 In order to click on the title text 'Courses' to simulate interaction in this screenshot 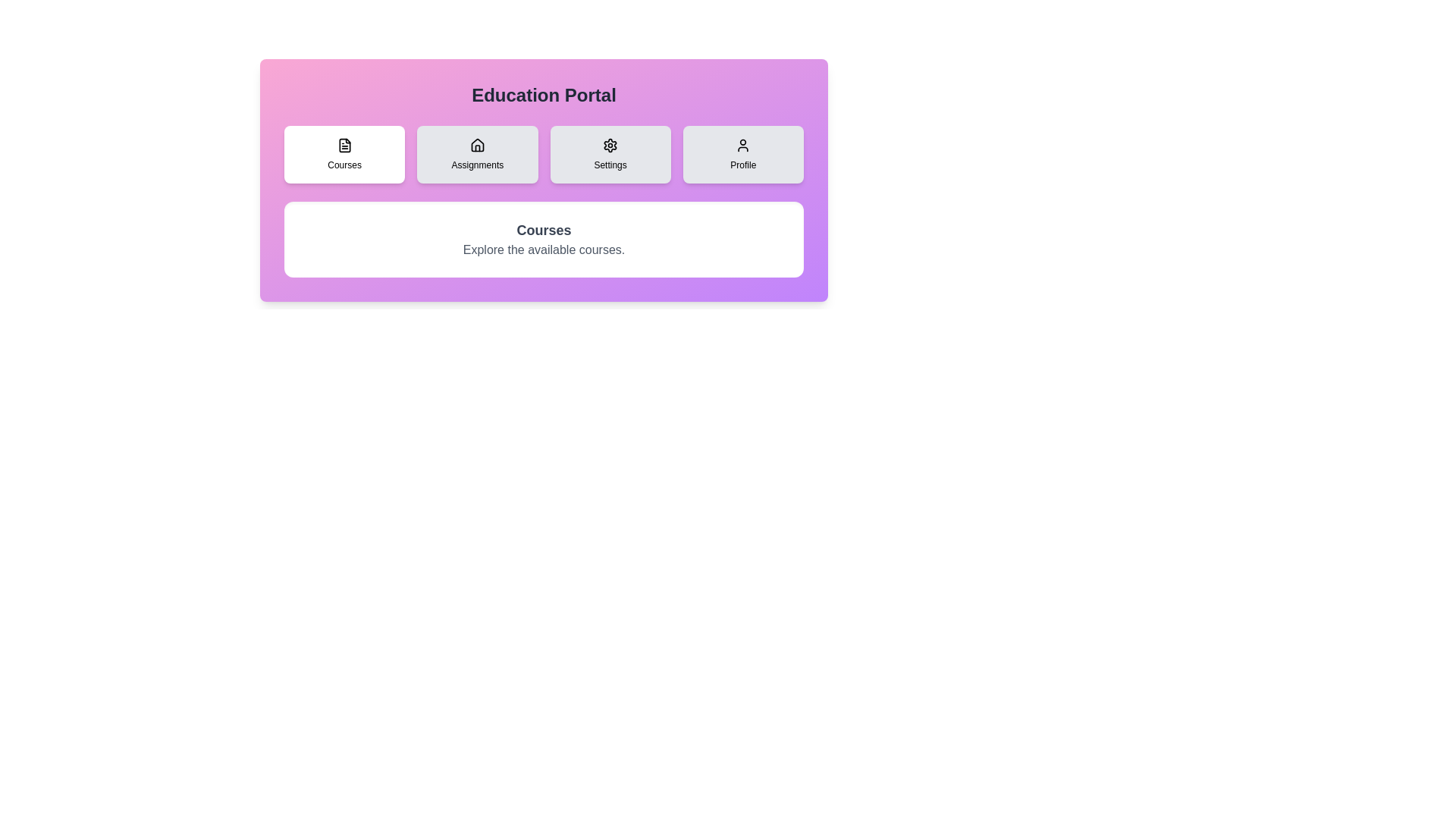, I will do `click(544, 231)`.